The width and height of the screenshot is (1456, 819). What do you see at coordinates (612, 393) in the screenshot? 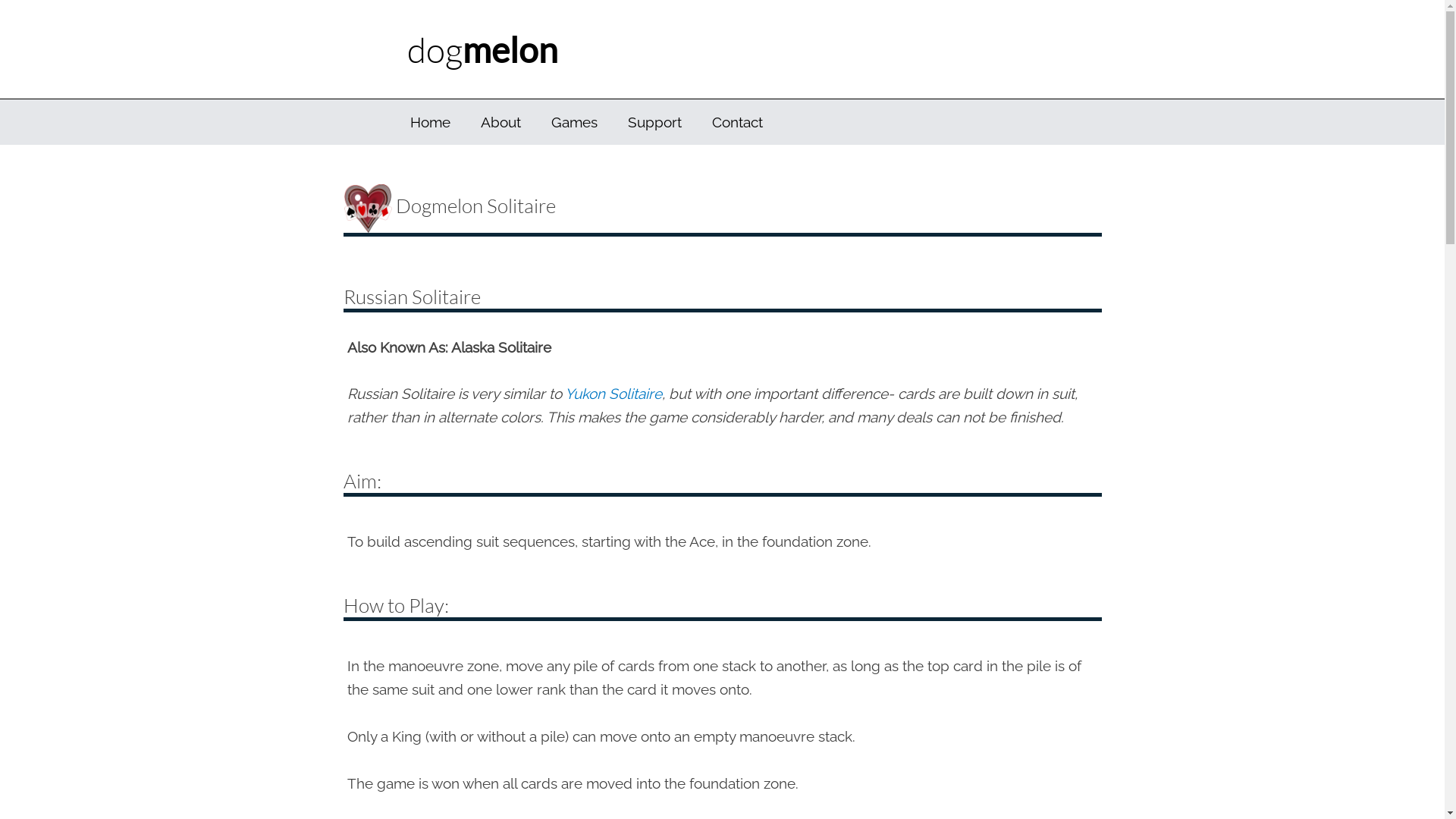
I see `'Yukon Solitaire'` at bounding box center [612, 393].